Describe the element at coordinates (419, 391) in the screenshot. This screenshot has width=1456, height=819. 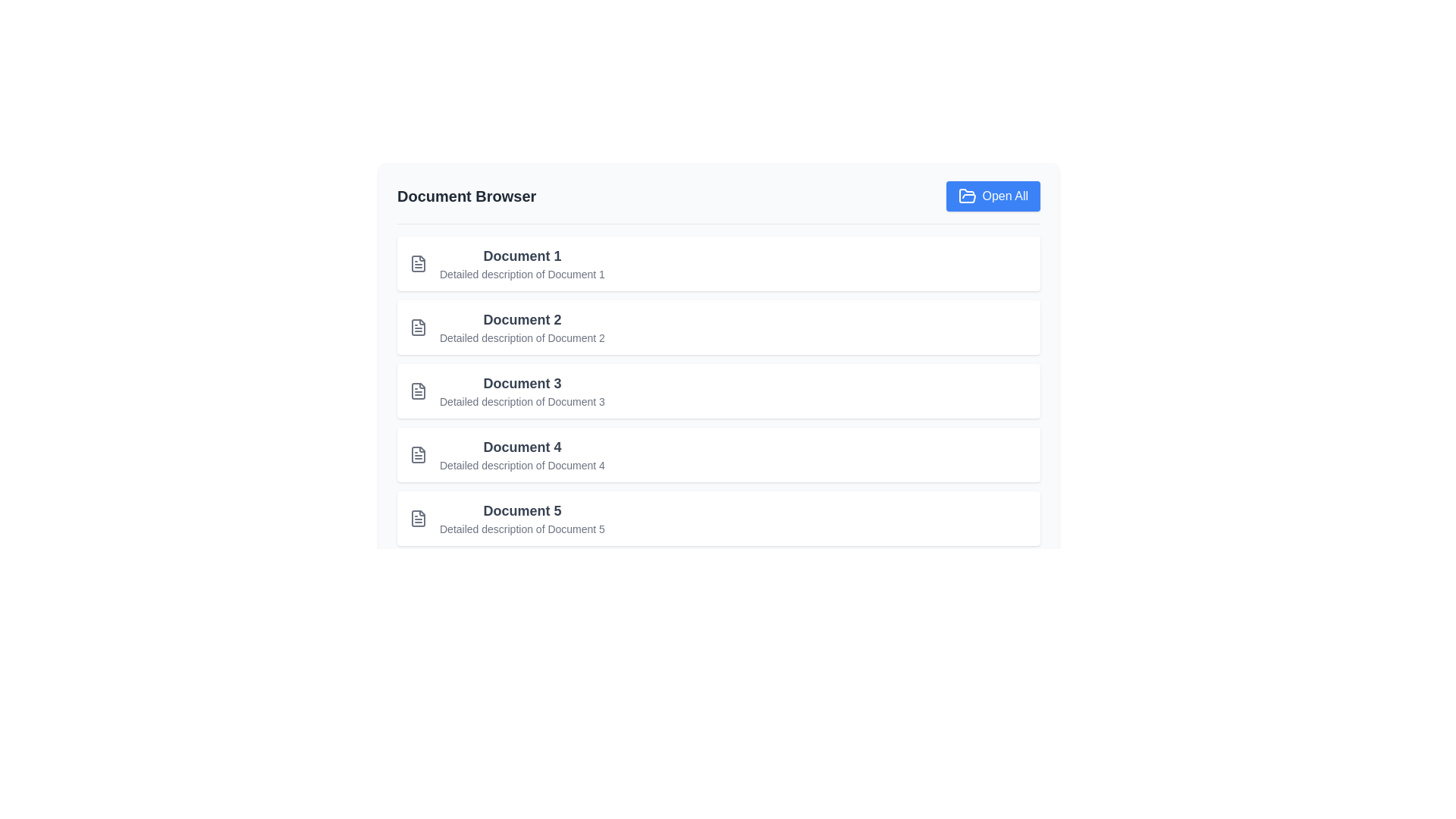
I see `the document icon, which is gray with a corner fold, located next to 'Document 3' in the document list` at that location.